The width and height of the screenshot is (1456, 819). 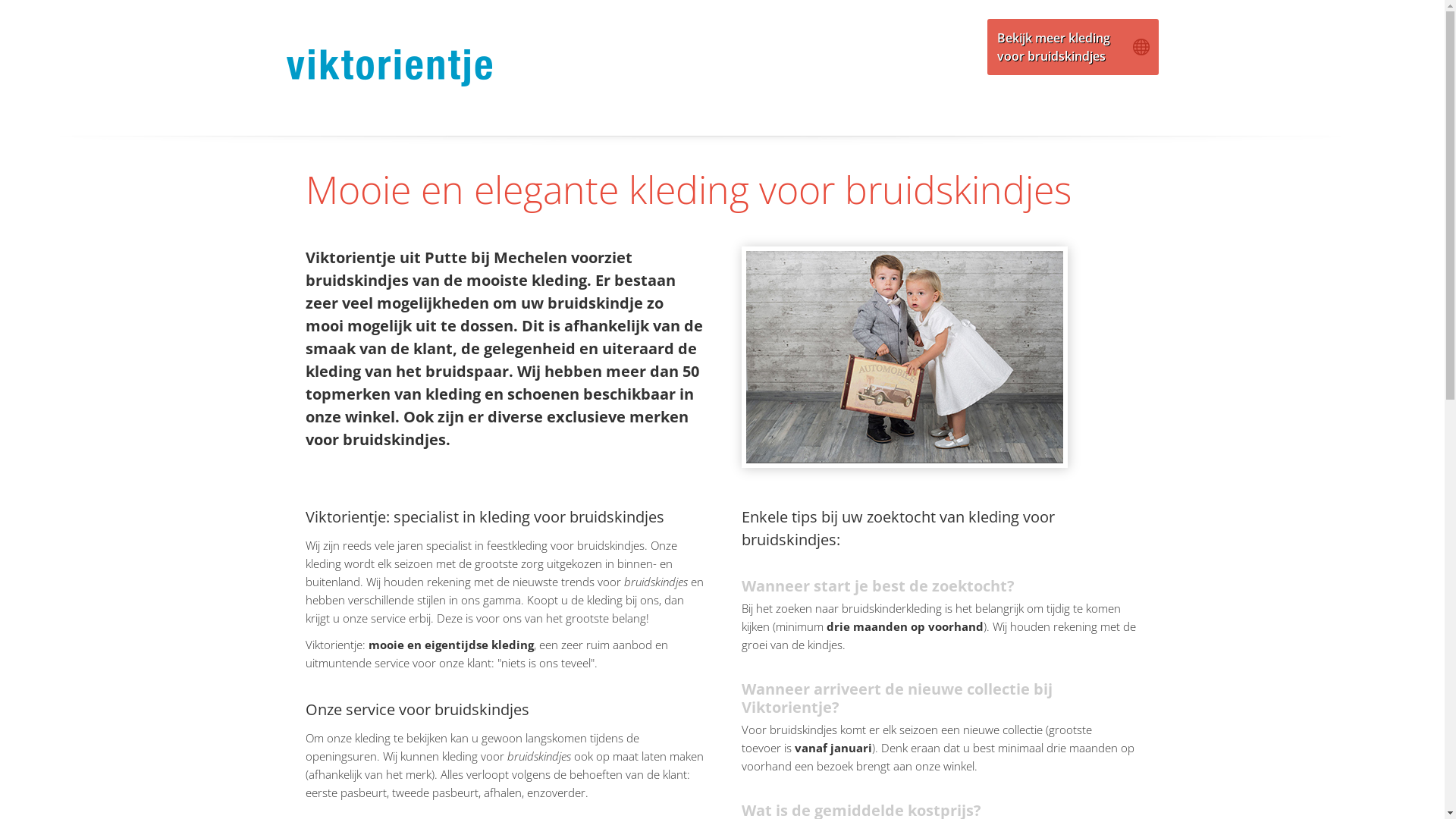 What do you see at coordinates (1072, 45) in the screenshot?
I see `'Bekijk meer kleding` at bounding box center [1072, 45].